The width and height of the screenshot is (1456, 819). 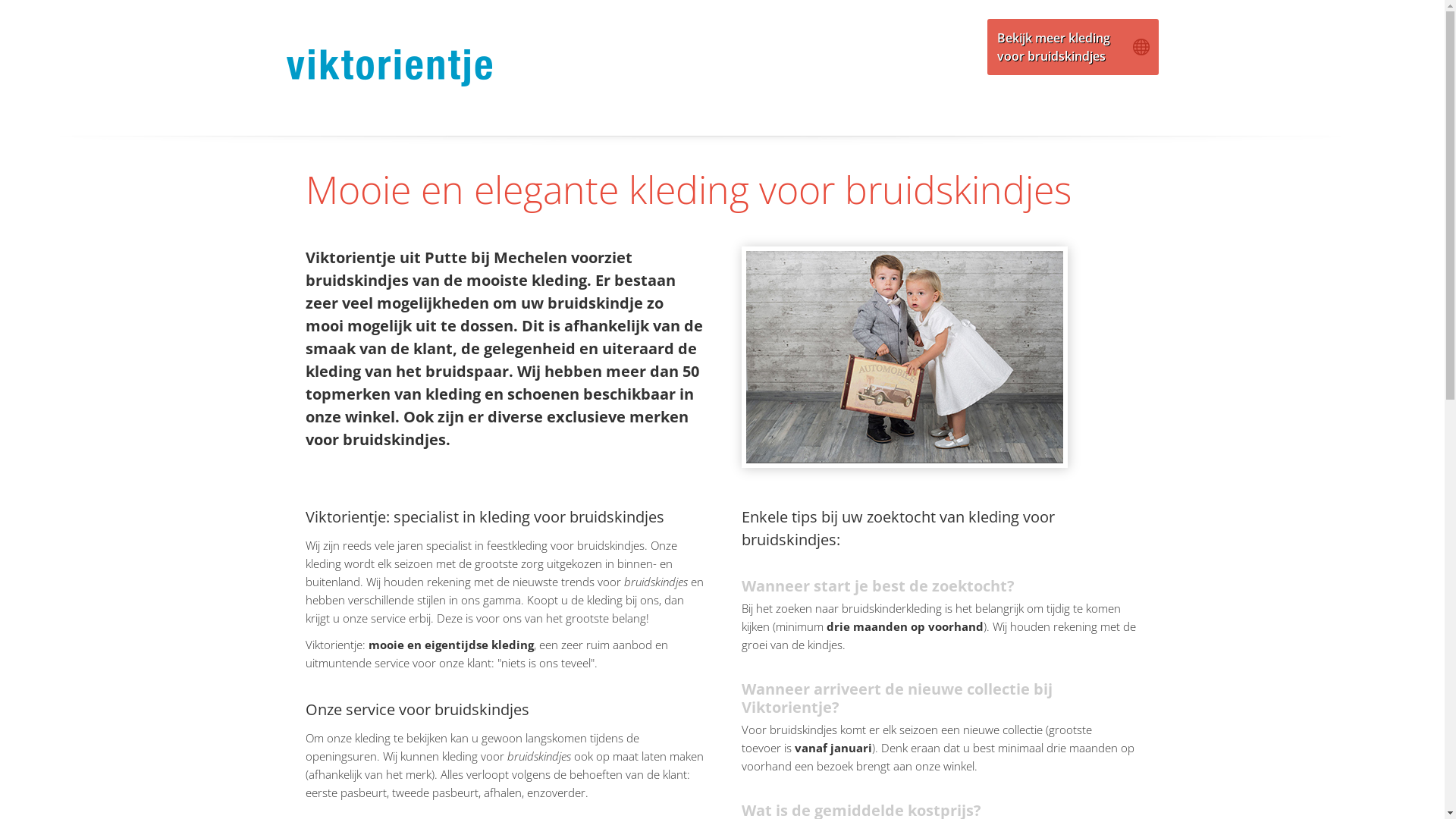 What do you see at coordinates (1072, 45) in the screenshot?
I see `'Bekijk meer kleding` at bounding box center [1072, 45].